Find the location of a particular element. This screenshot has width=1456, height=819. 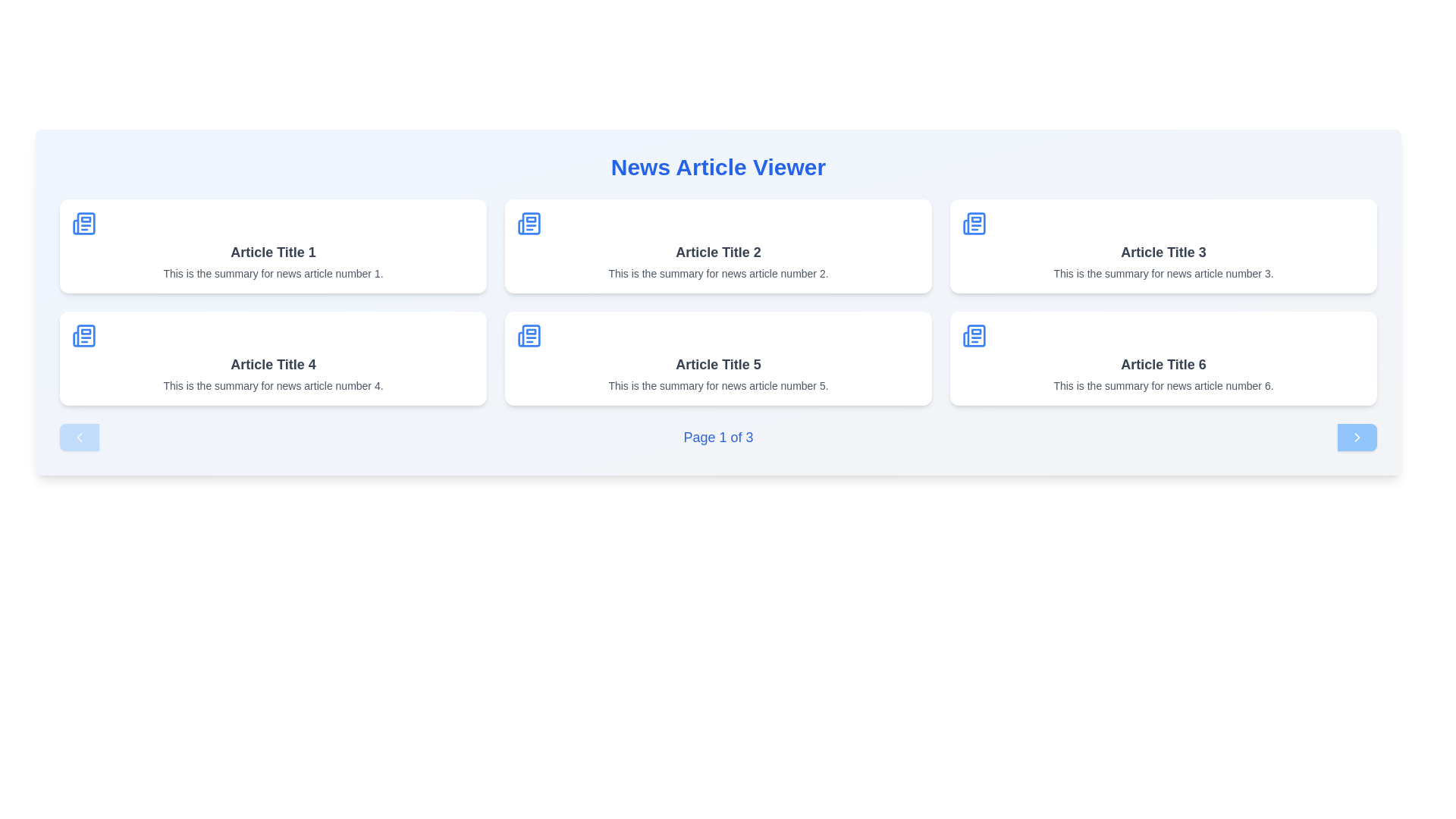

the newspaper icon that represents the article section located in the first card of the second row, above the title 'Article Title 4' is located at coordinates (83, 335).